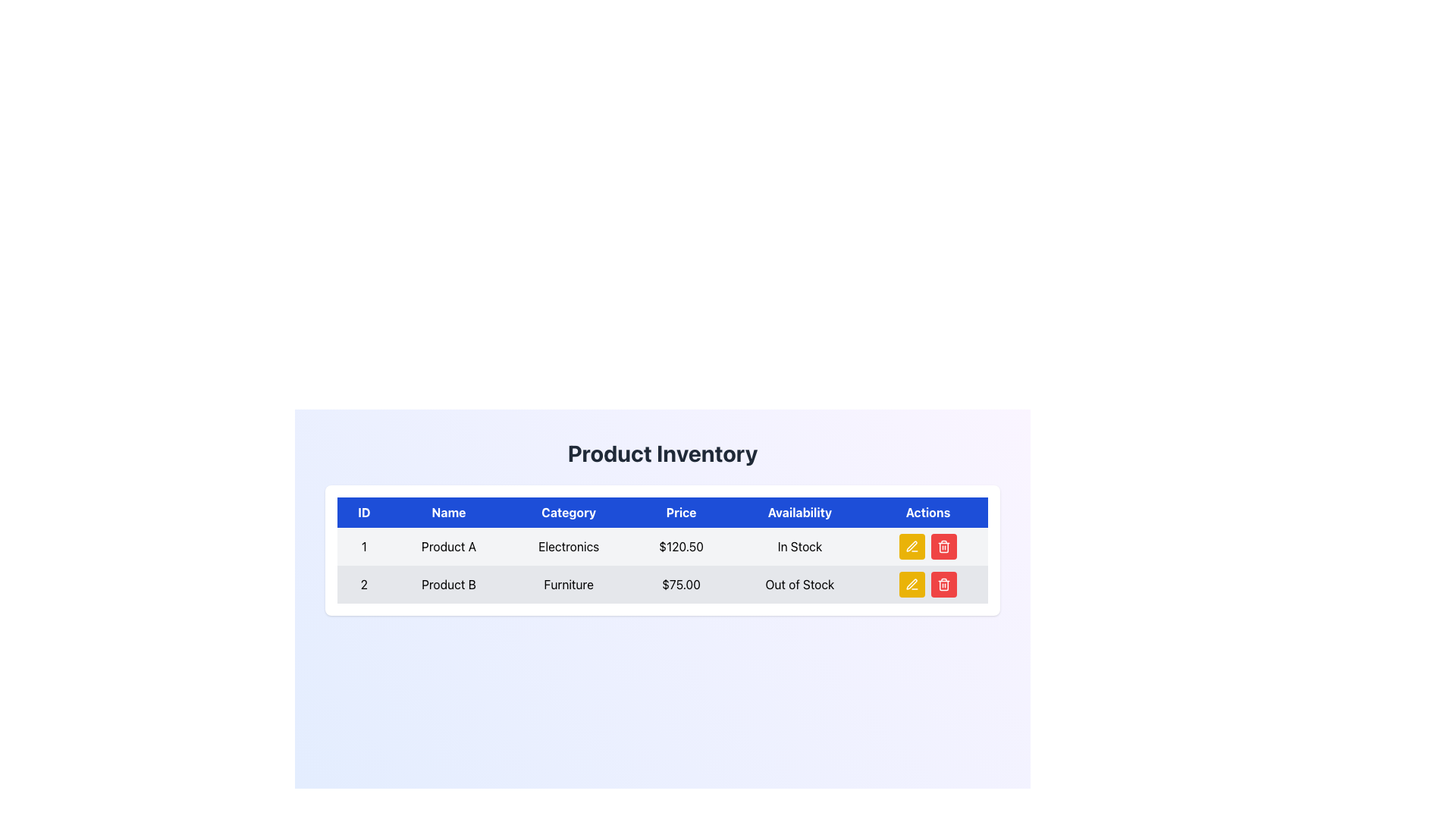 The image size is (1456, 819). I want to click on the delete icon located in the 'Actions' column of the last row of the table, which is positioned directly after the yellow pencil icon, so click(943, 584).